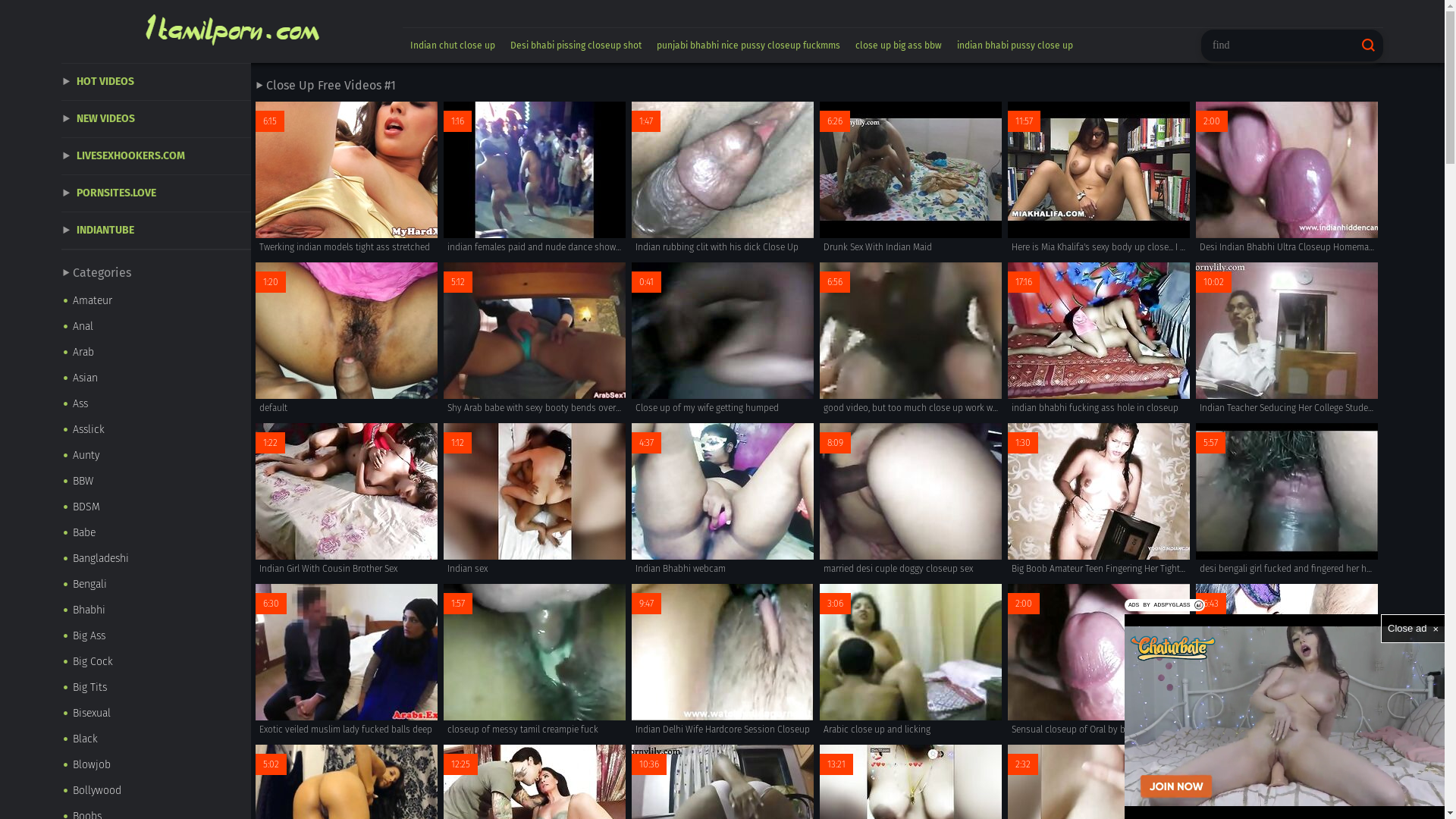 The image size is (1456, 819). Describe the element at coordinates (722, 500) in the screenshot. I see `'4:37` at that location.